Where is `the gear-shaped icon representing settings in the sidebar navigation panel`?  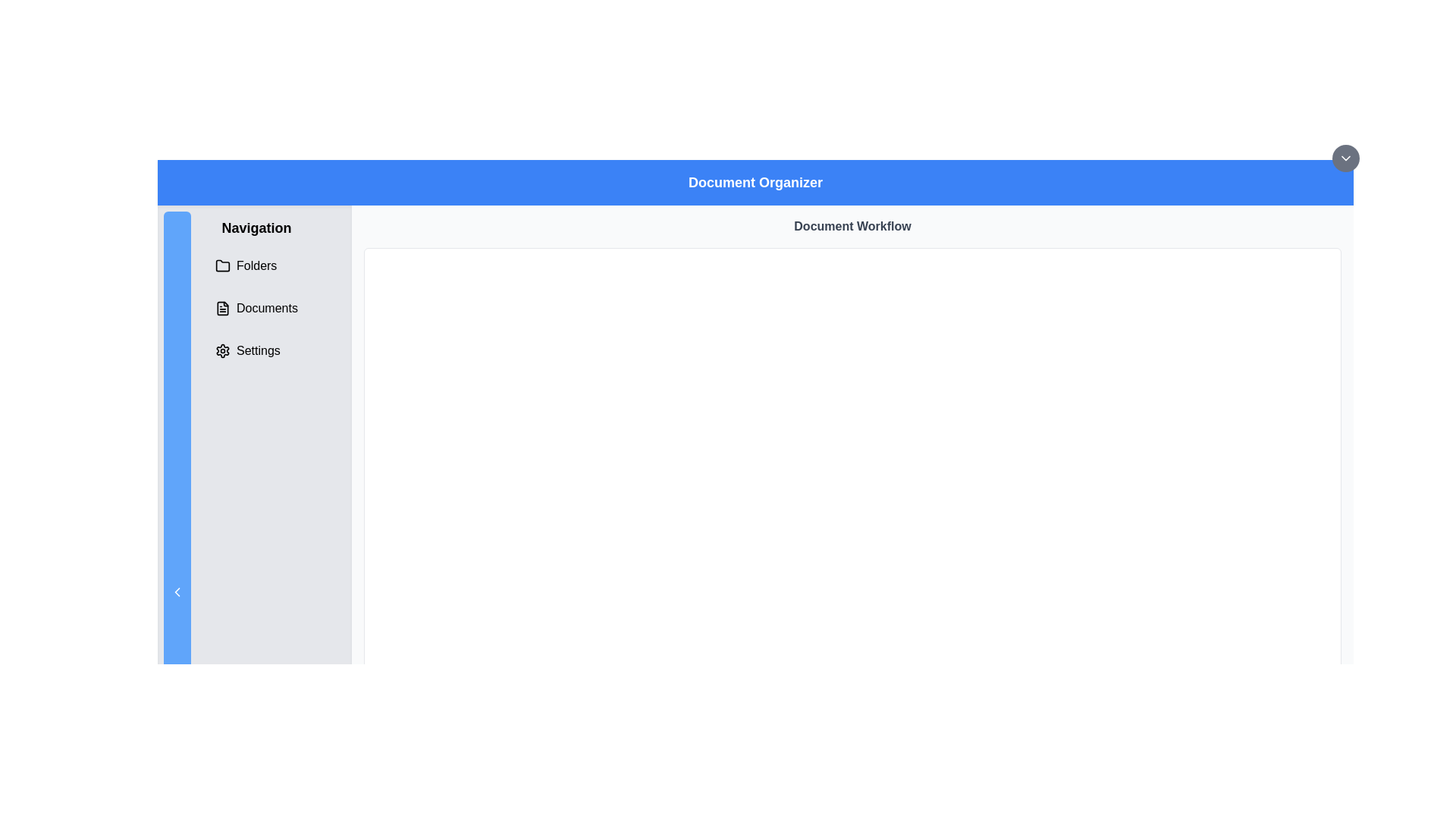
the gear-shaped icon representing settings in the sidebar navigation panel is located at coordinates (221, 350).